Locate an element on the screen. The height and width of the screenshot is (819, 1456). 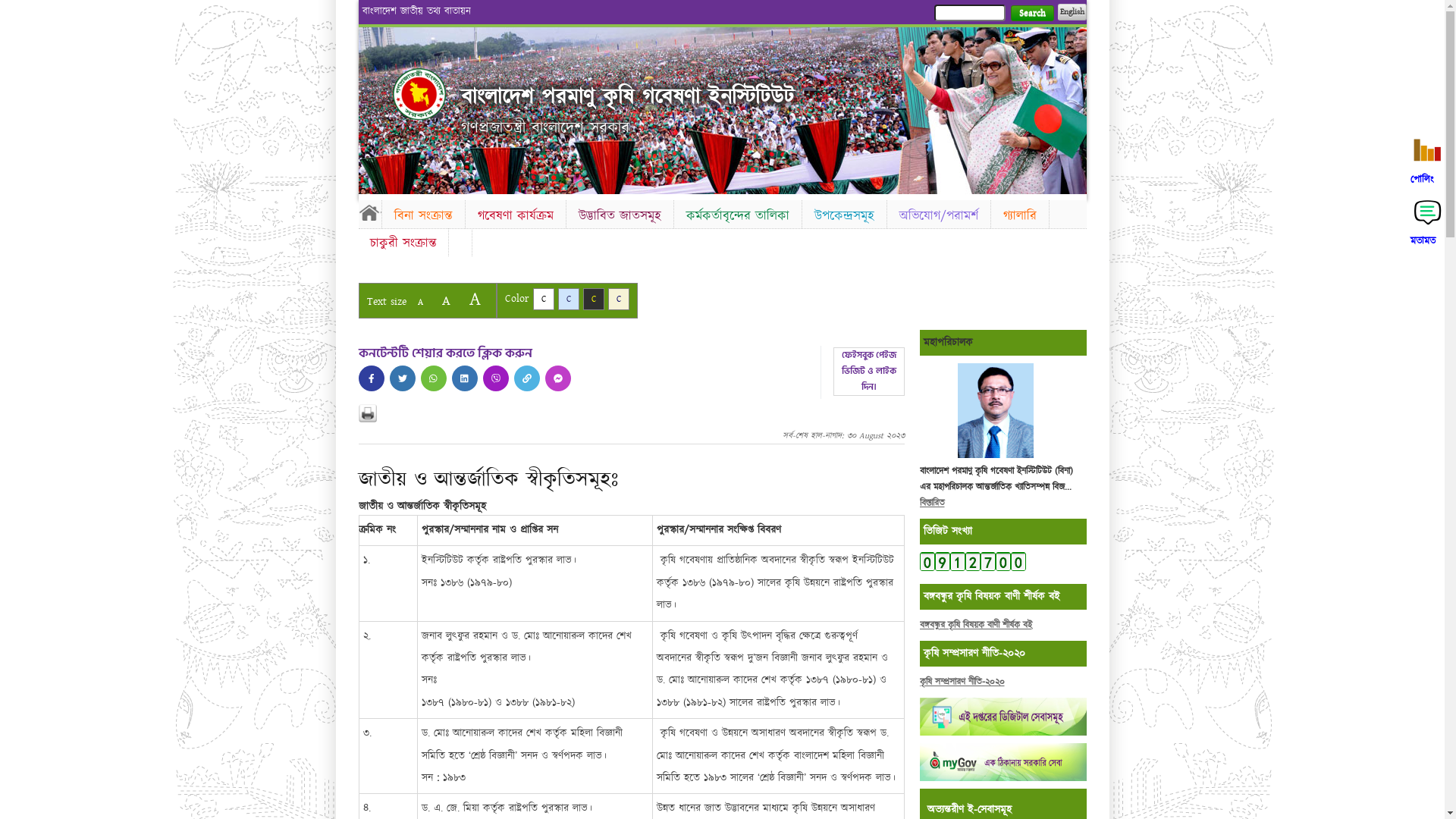
'A' is located at coordinates (473, 299).